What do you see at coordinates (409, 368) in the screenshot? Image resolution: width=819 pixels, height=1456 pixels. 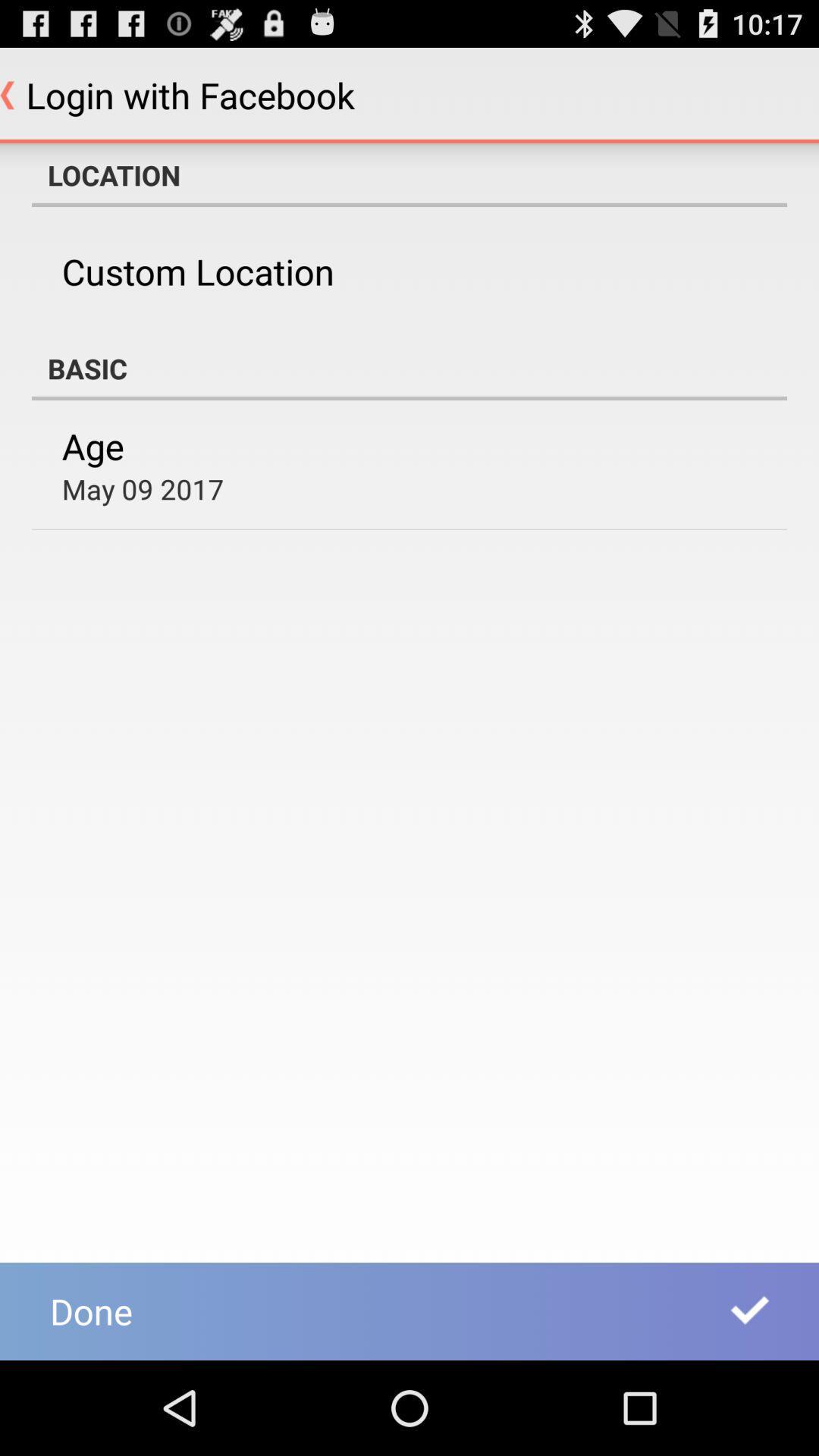 I see `item below the custom location app` at bounding box center [409, 368].